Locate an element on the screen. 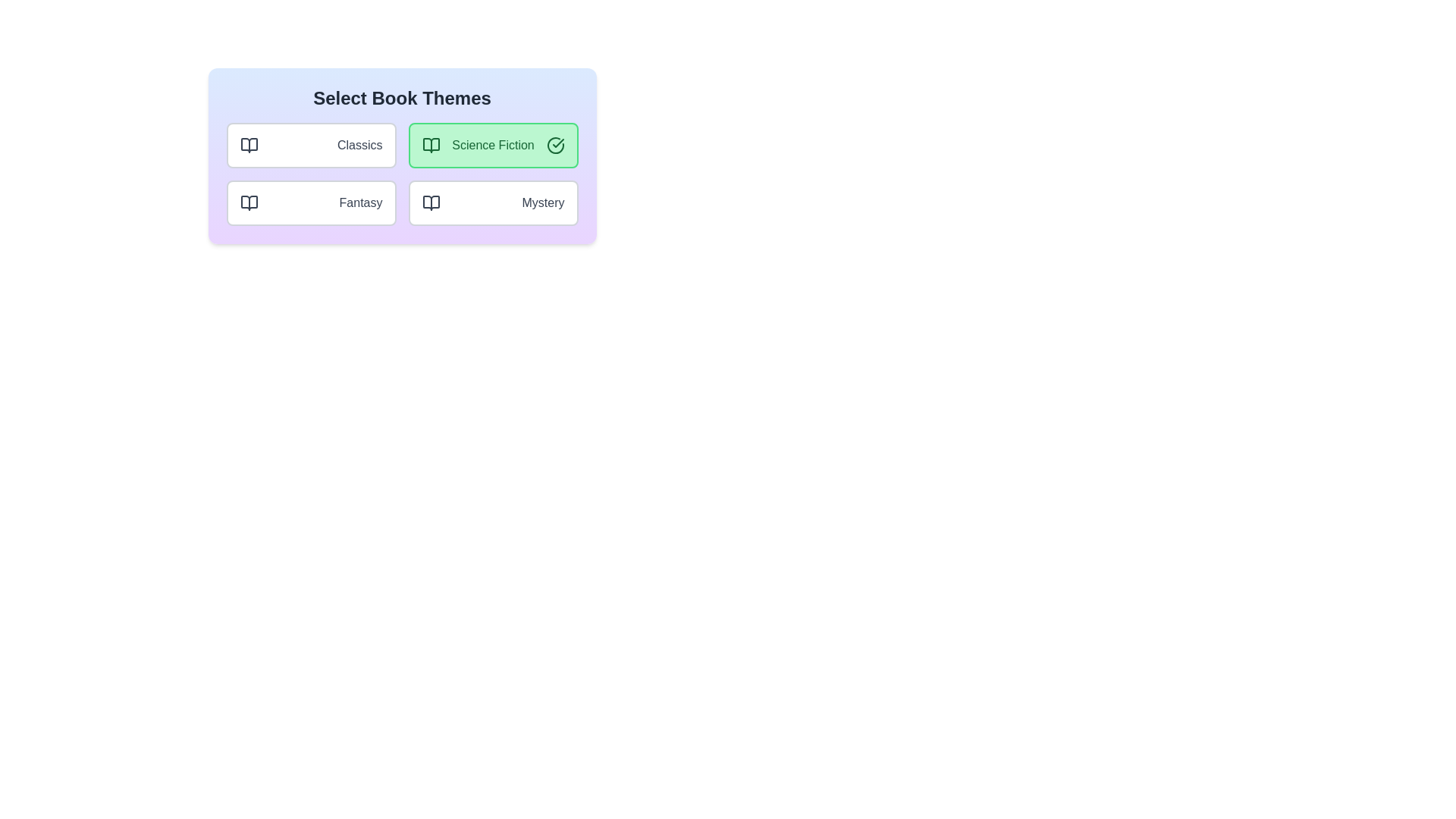  the theme Classics is located at coordinates (310, 146).